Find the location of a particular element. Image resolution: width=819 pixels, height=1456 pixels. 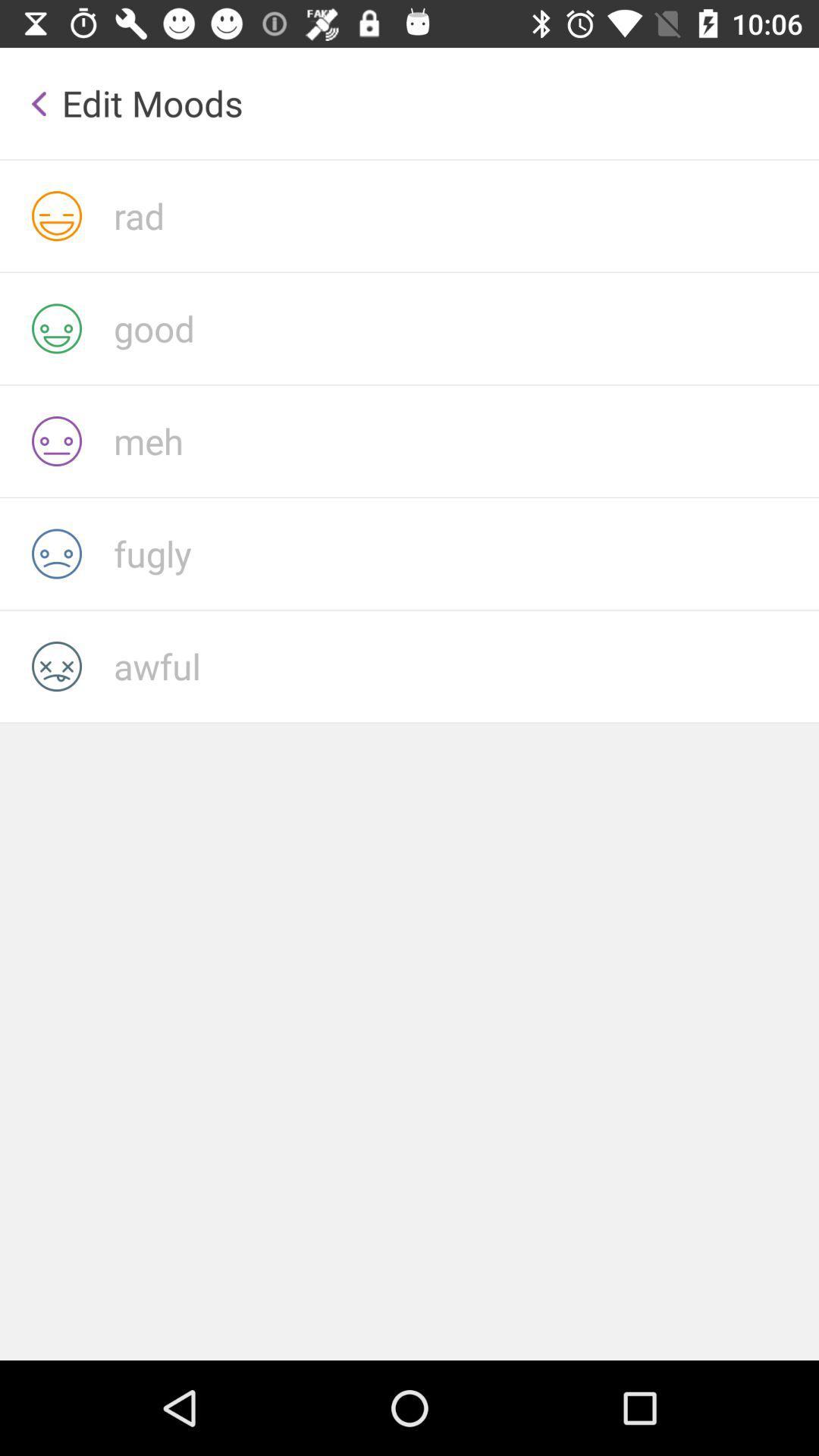

click meh emoji is located at coordinates (465, 440).